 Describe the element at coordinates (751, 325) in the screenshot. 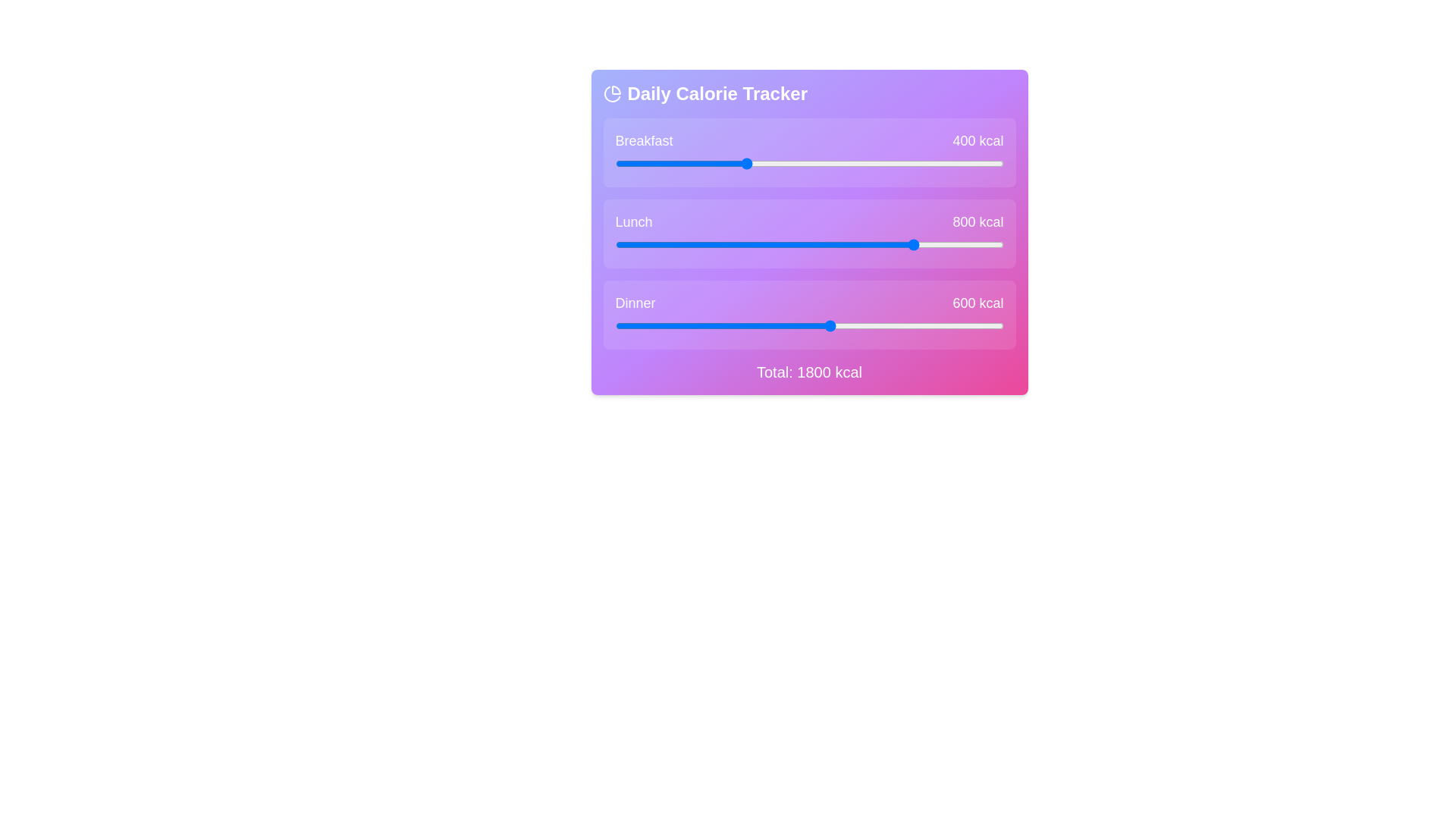

I see `the dinner calorie value` at that location.